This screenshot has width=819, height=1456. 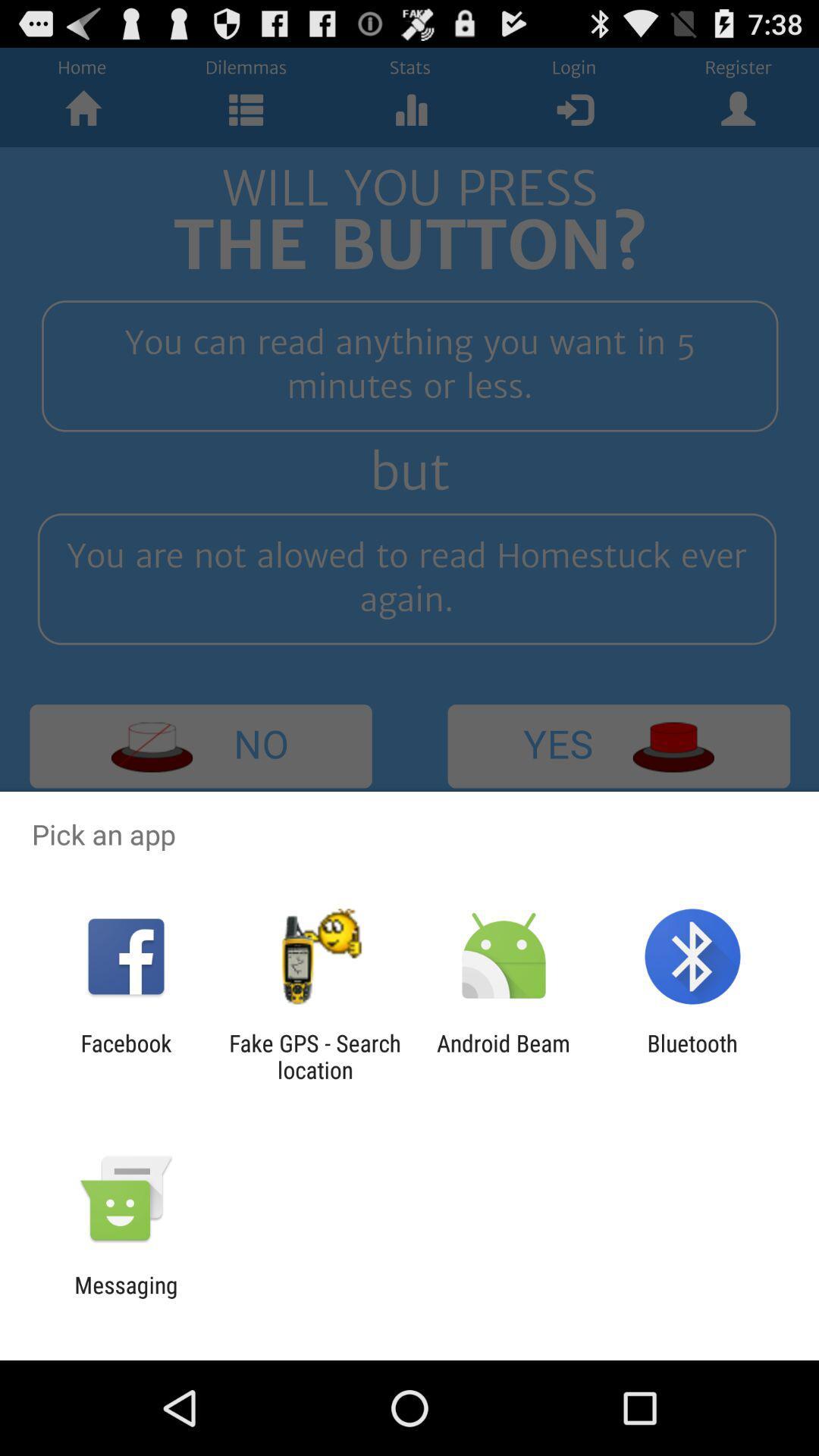 I want to click on app to the left of the android beam item, so click(x=314, y=1056).